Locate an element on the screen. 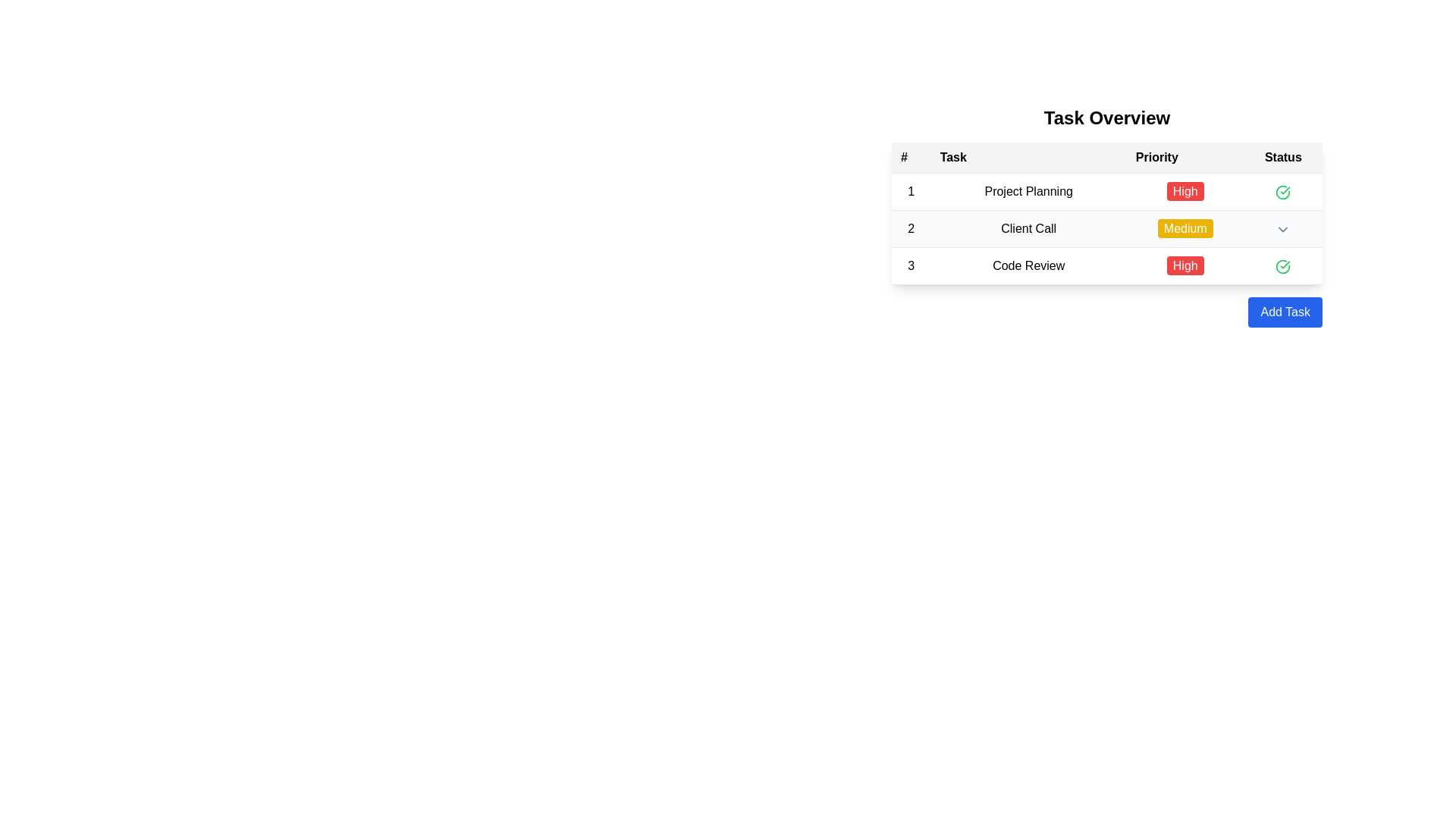  the 'High' priority label in the 'Priority' column of the first row in the 'Task Overview' table to interact with associated actions is located at coordinates (1185, 191).